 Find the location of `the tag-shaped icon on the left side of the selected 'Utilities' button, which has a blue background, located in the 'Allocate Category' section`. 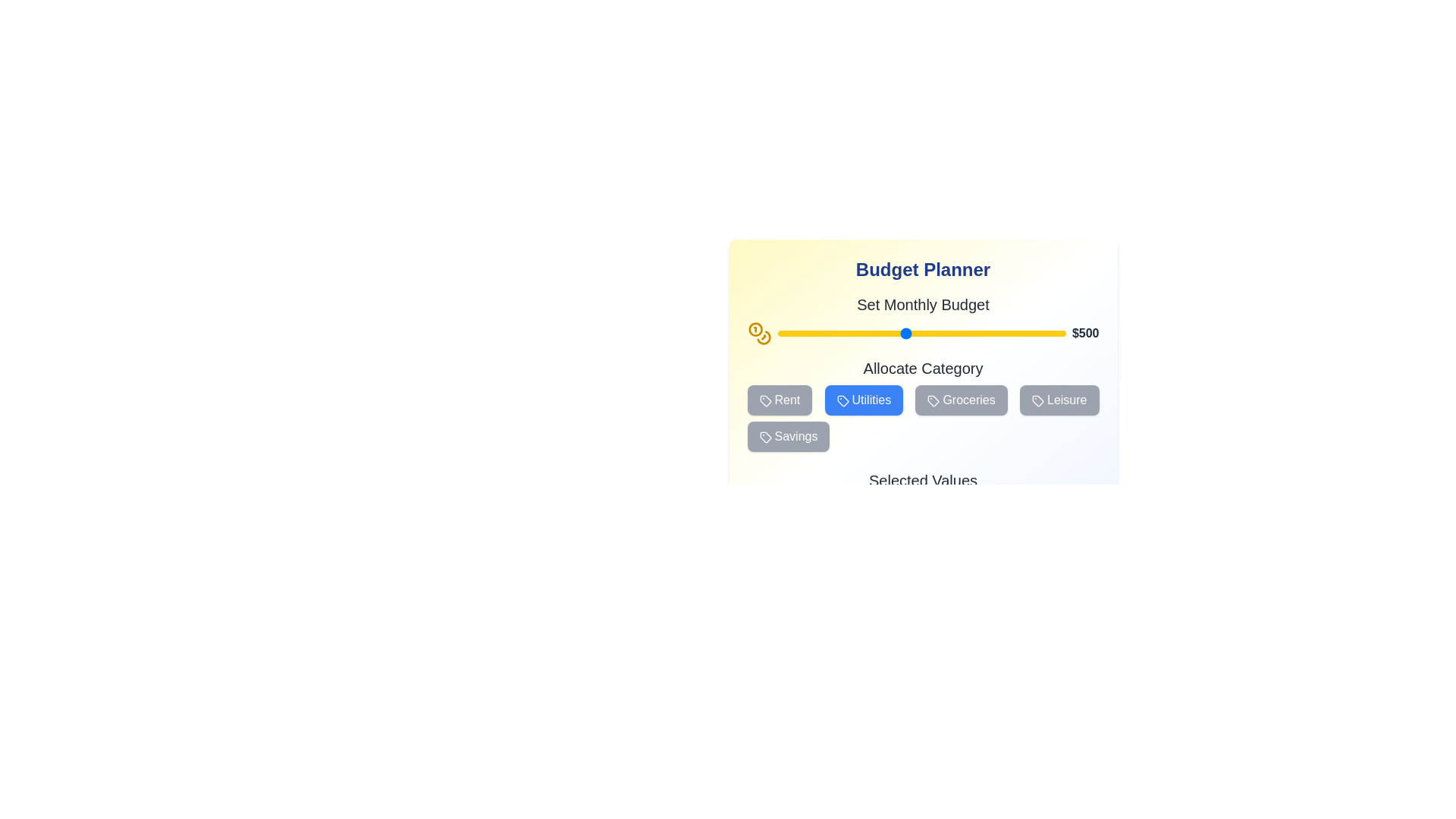

the tag-shaped icon on the left side of the selected 'Utilities' button, which has a blue background, located in the 'Allocate Category' section is located at coordinates (842, 400).